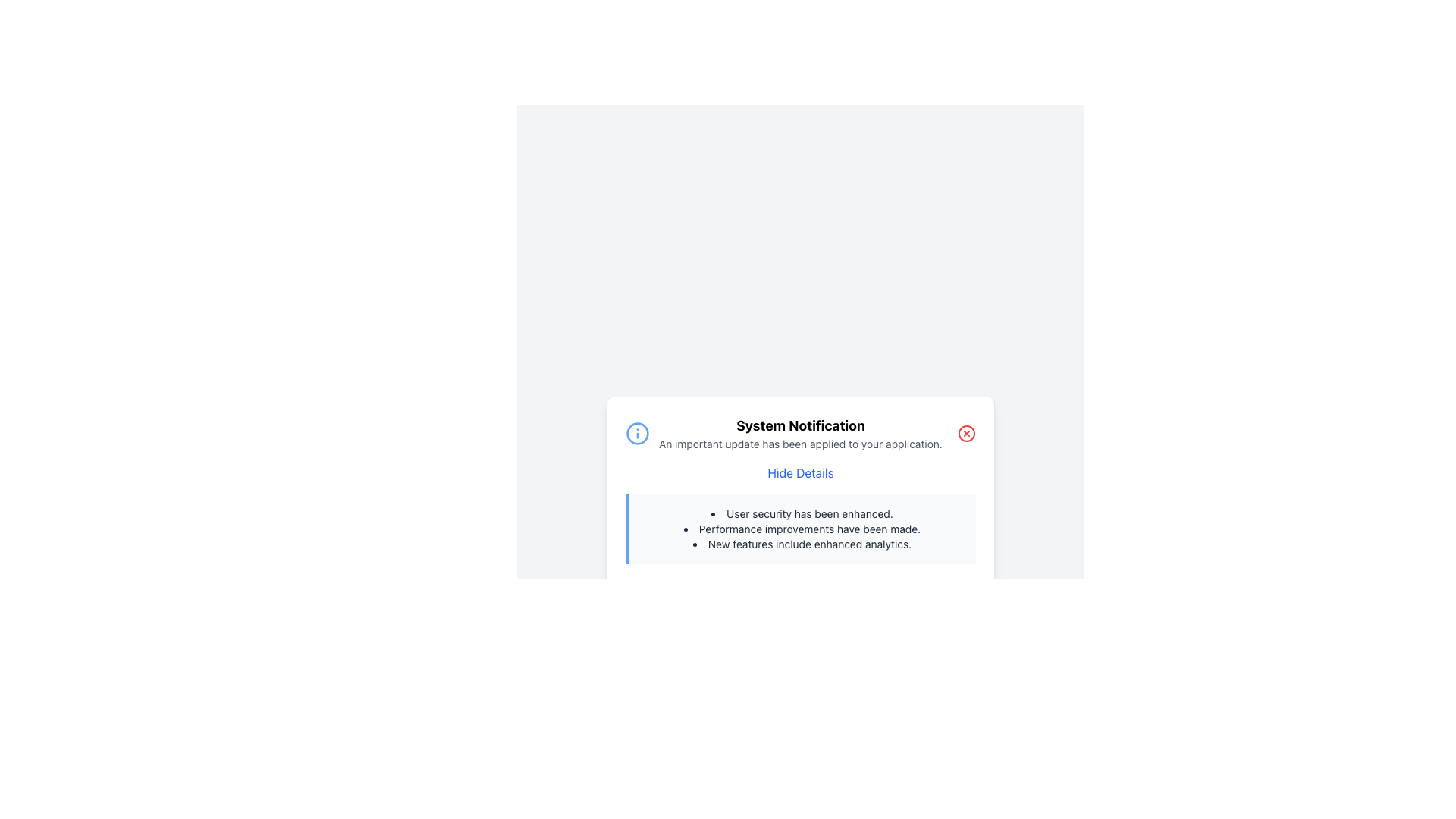 The height and width of the screenshot is (819, 1456). What do you see at coordinates (801, 513) in the screenshot?
I see `the text bullet point reading 'User security has been enhanced.' for accessibility purposes` at bounding box center [801, 513].